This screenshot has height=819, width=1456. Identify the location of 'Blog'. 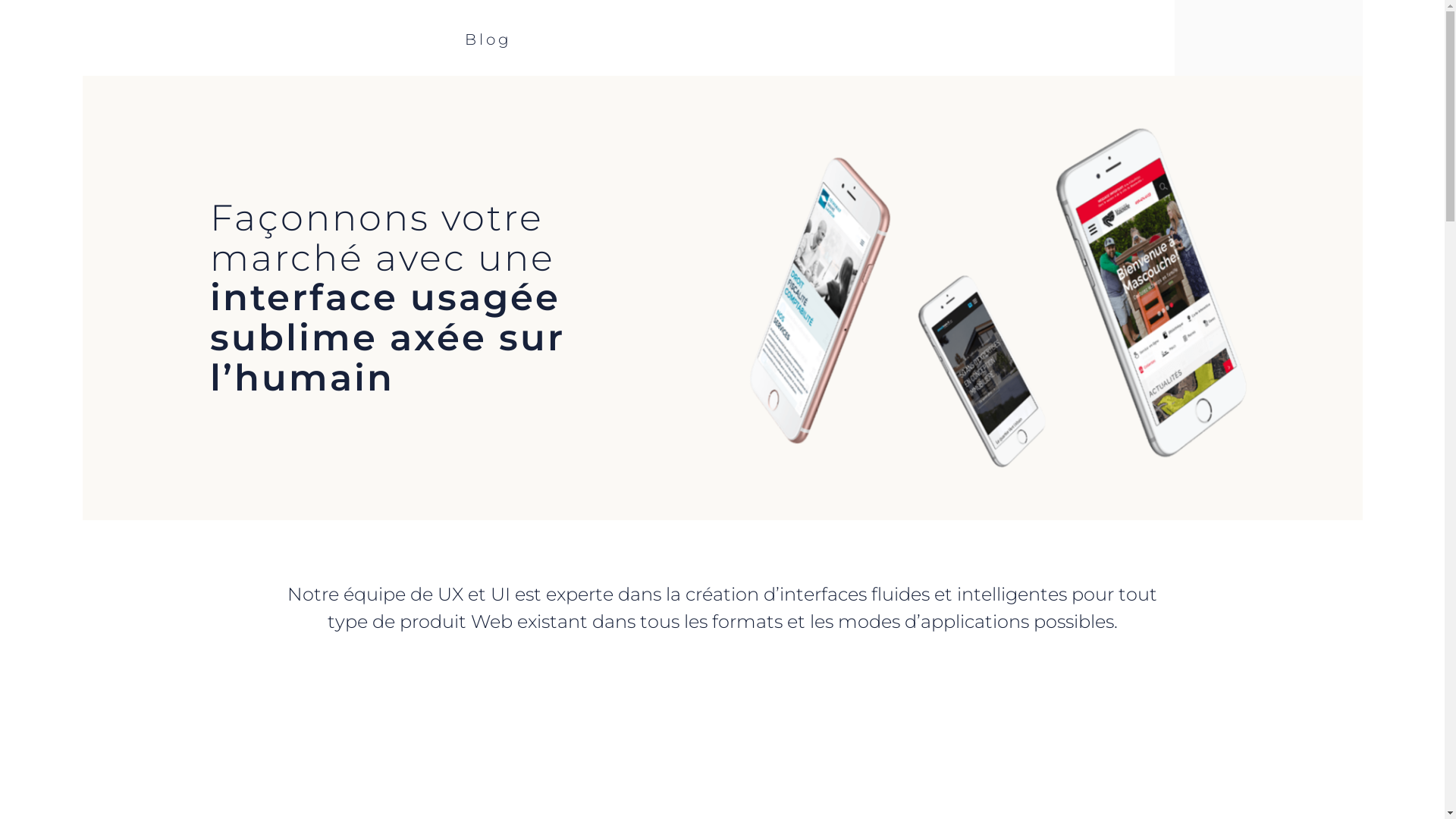
(488, 37).